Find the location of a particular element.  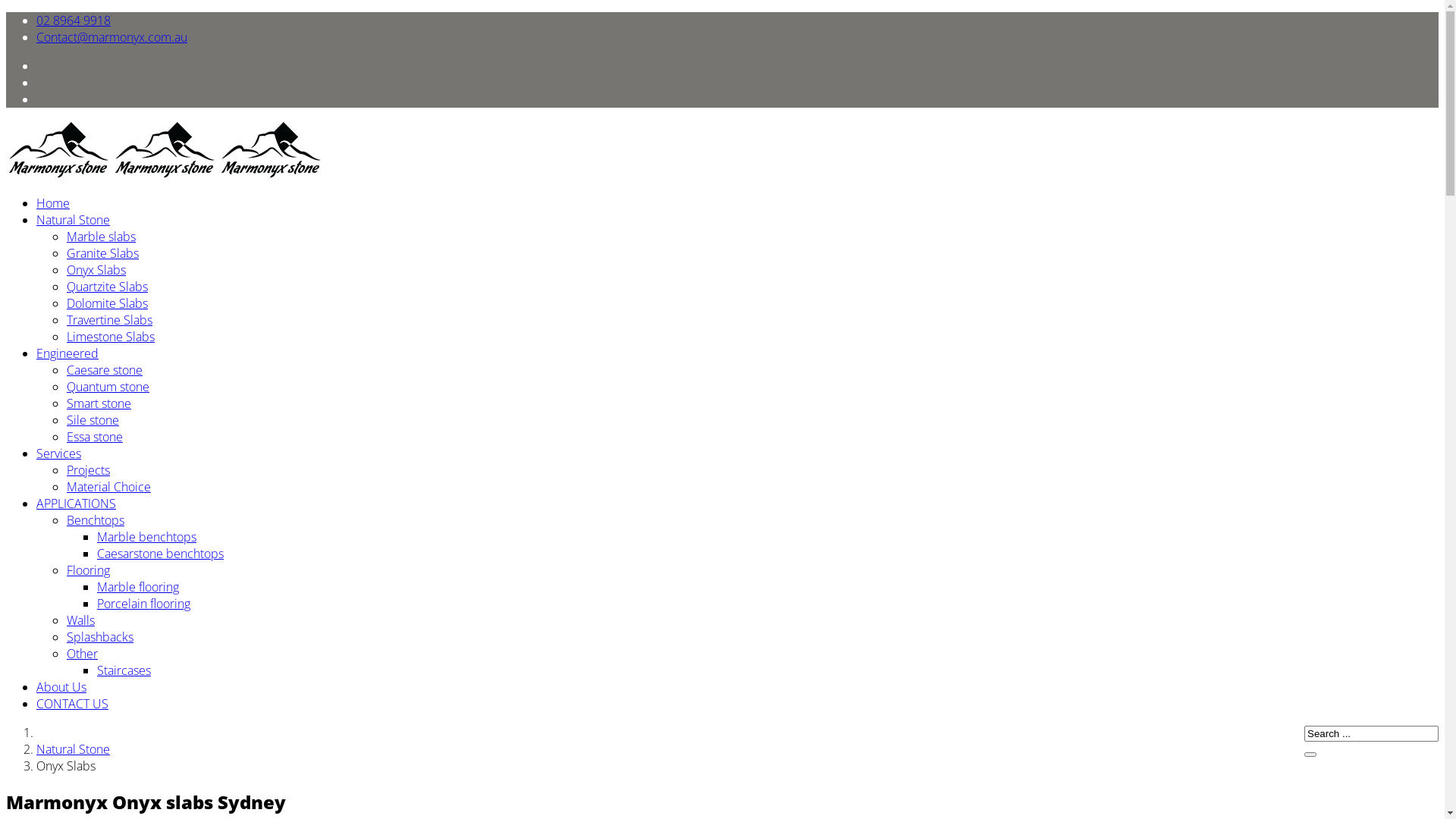

'Search' is located at coordinates (1310, 755).